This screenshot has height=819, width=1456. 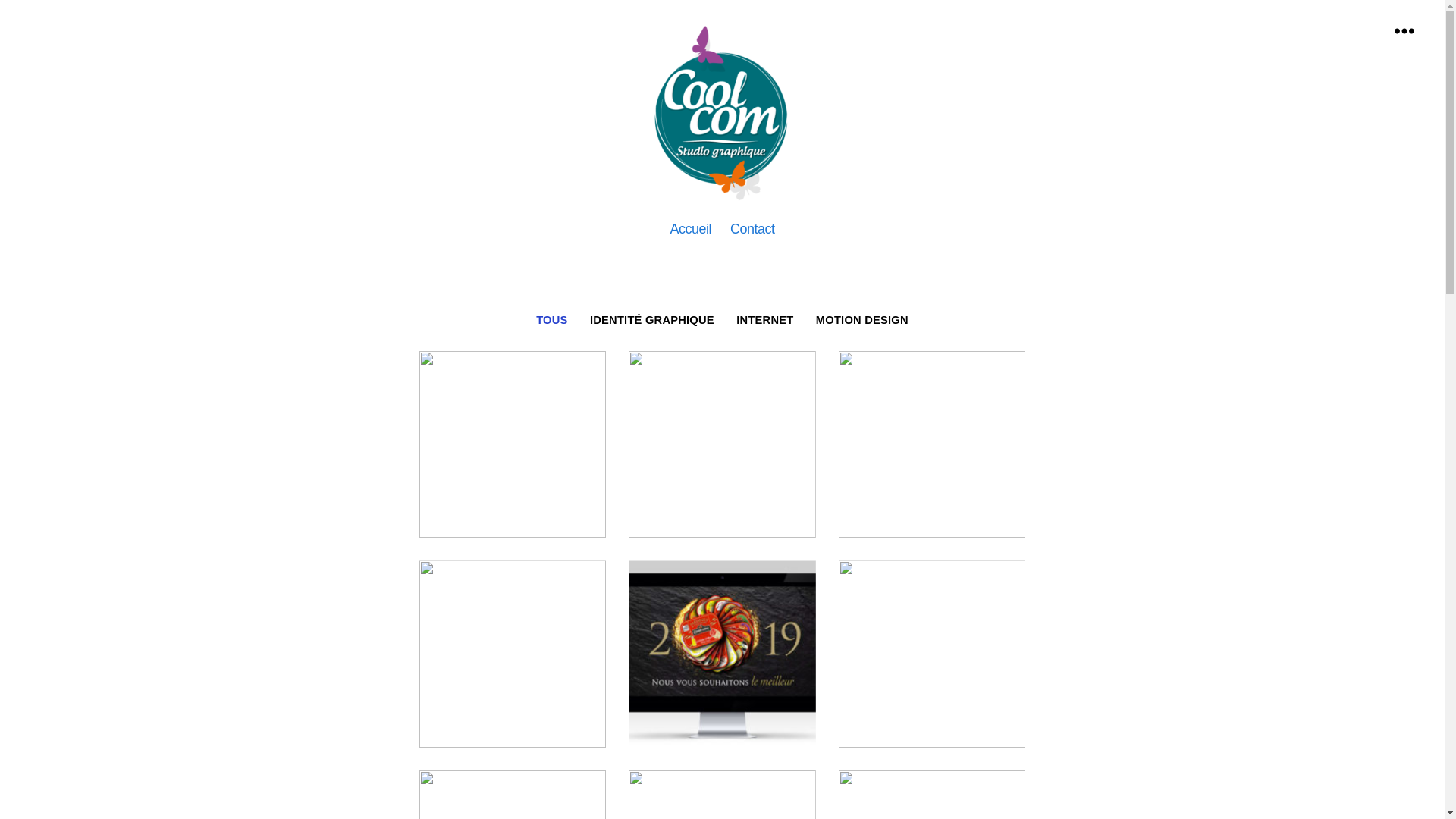 What do you see at coordinates (1404, 30) in the screenshot?
I see `'Menu'` at bounding box center [1404, 30].